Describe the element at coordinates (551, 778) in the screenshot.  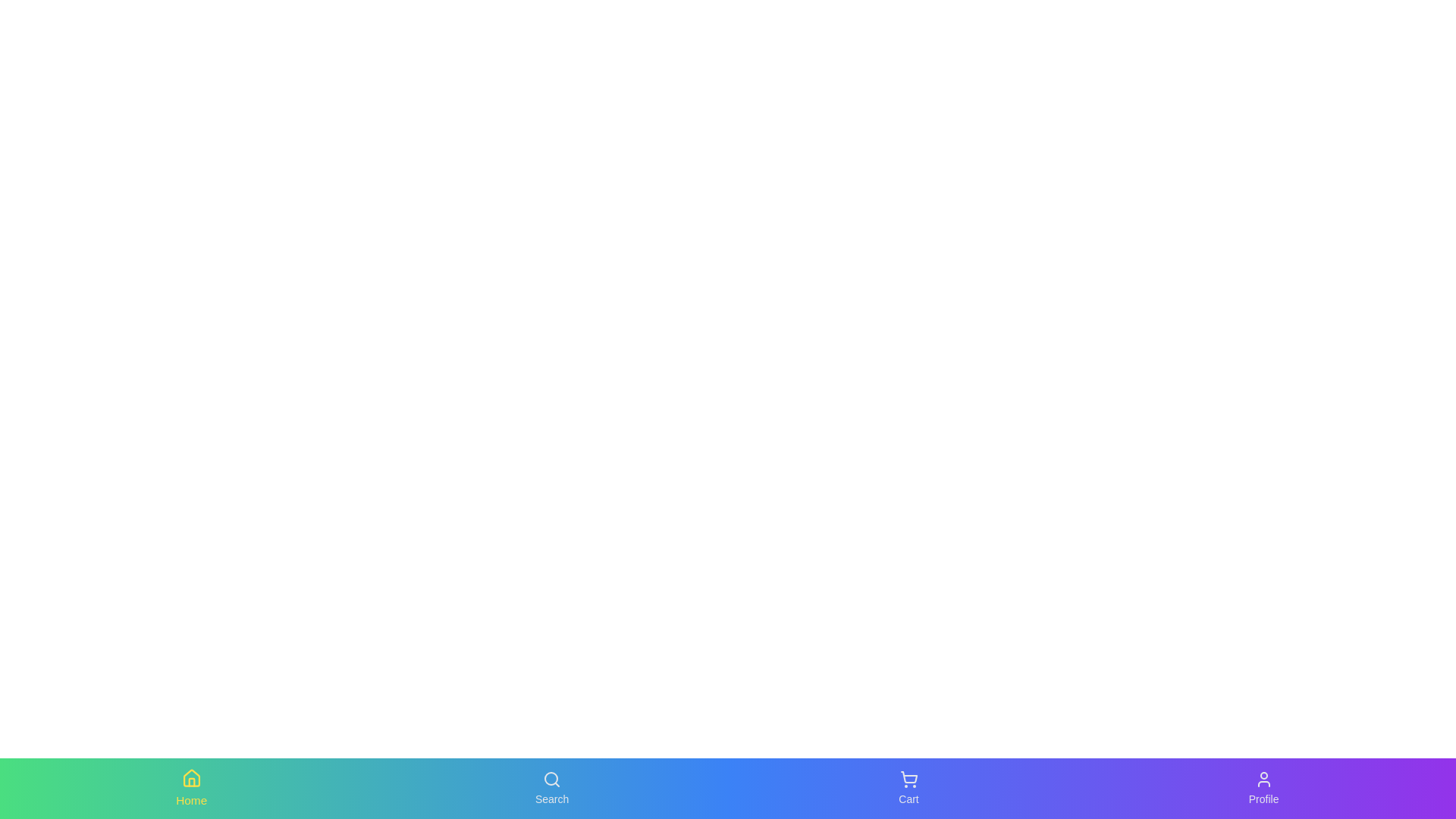
I see `the graphical representation of the search icon located at the center-right of the bottom navigation bar, which symbolizes the application’s search functionality` at that location.